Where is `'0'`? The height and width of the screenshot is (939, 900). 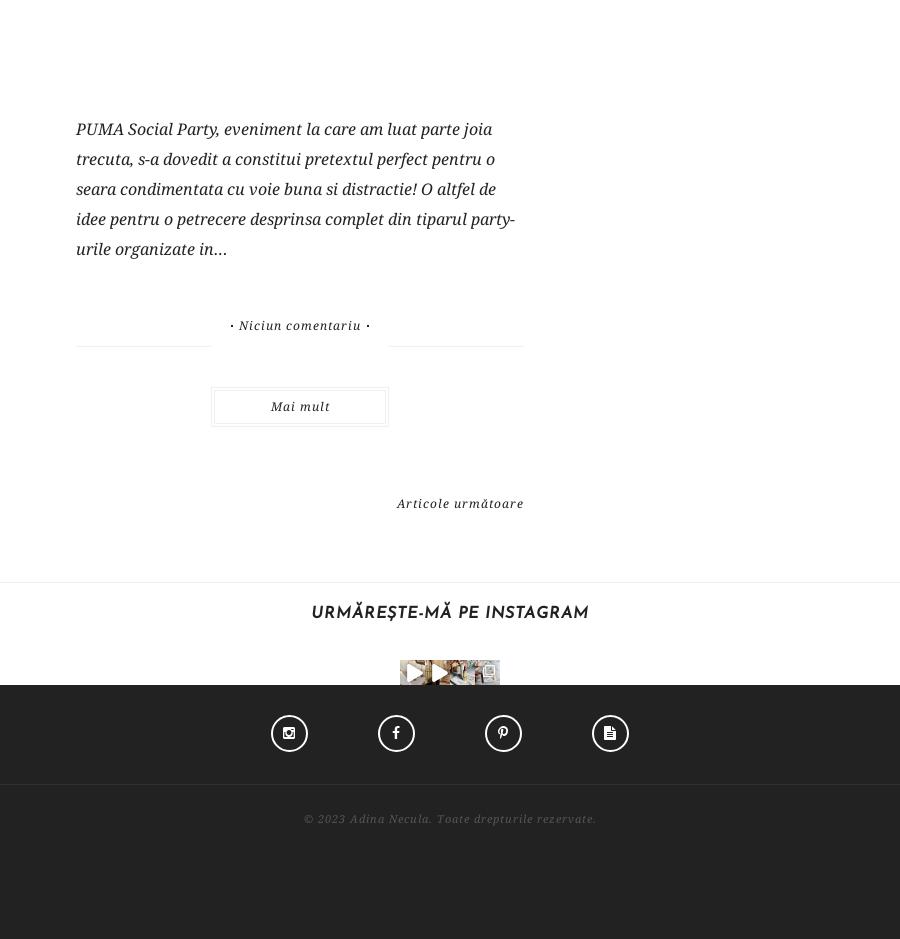 '0' is located at coordinates (525, 741).